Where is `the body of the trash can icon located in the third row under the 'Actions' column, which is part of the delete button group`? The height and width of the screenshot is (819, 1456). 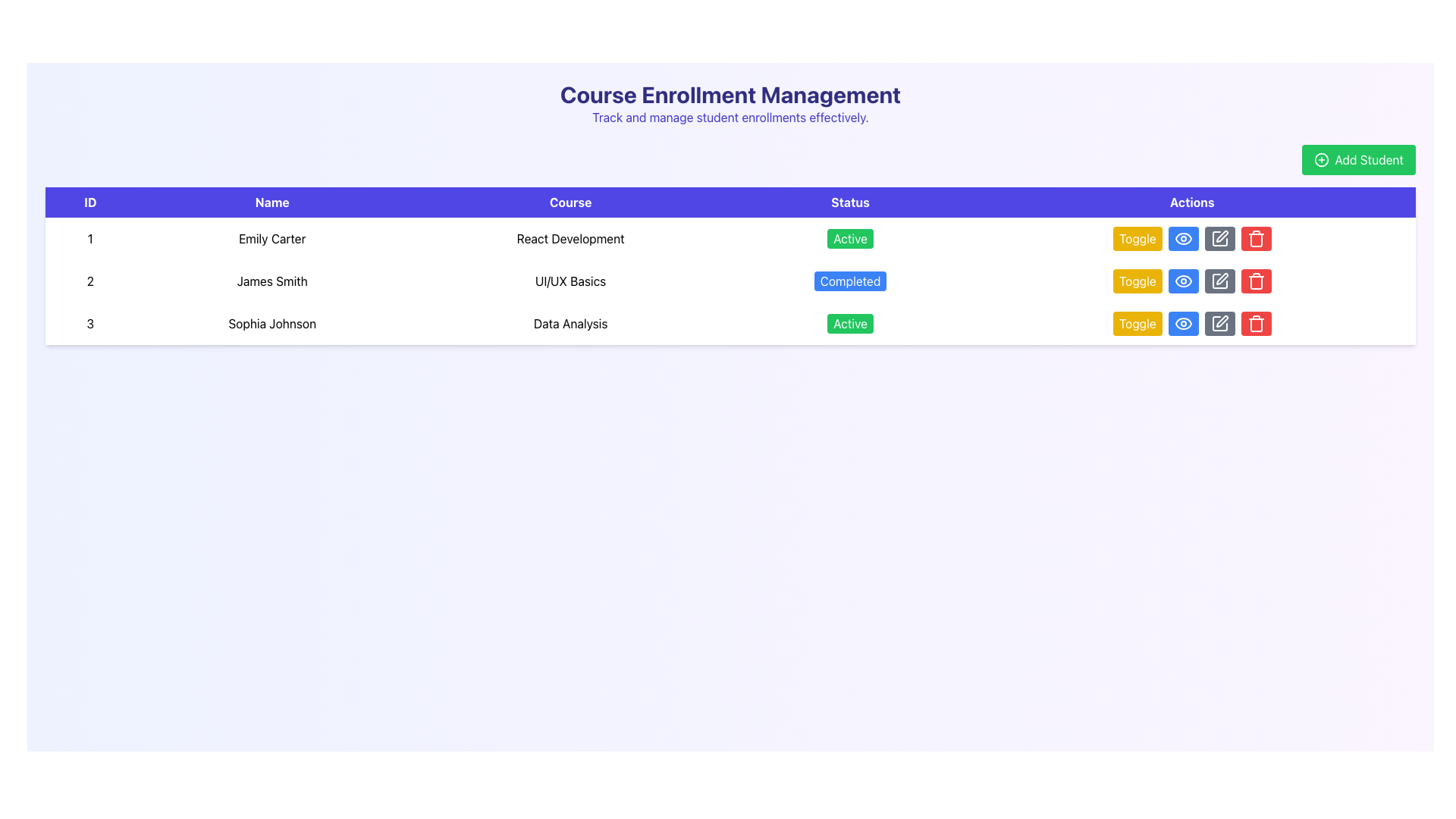 the body of the trash can icon located in the third row under the 'Actions' column, which is part of the delete button group is located at coordinates (1256, 324).